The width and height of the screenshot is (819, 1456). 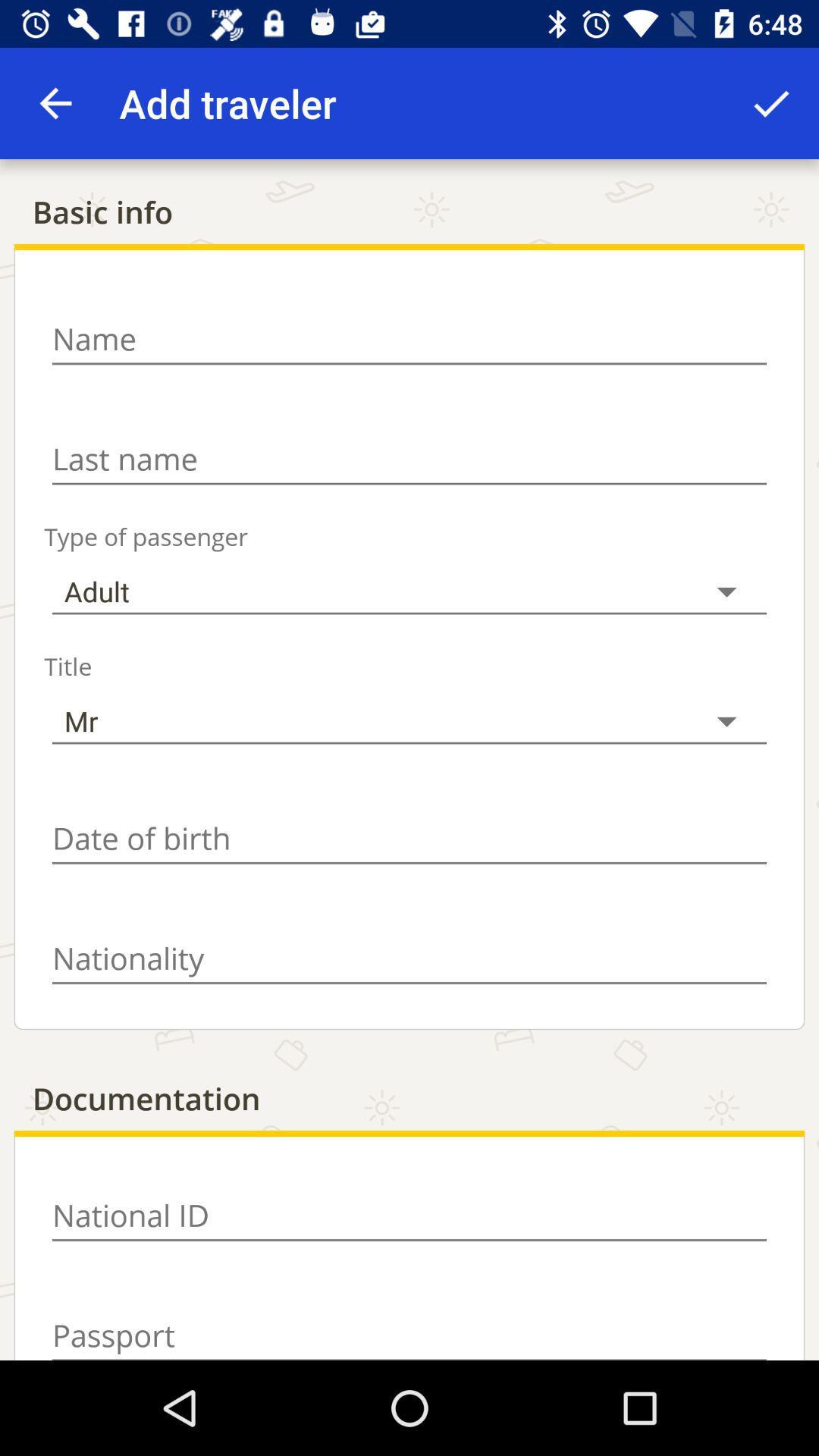 I want to click on password, so click(x=409, y=1326).